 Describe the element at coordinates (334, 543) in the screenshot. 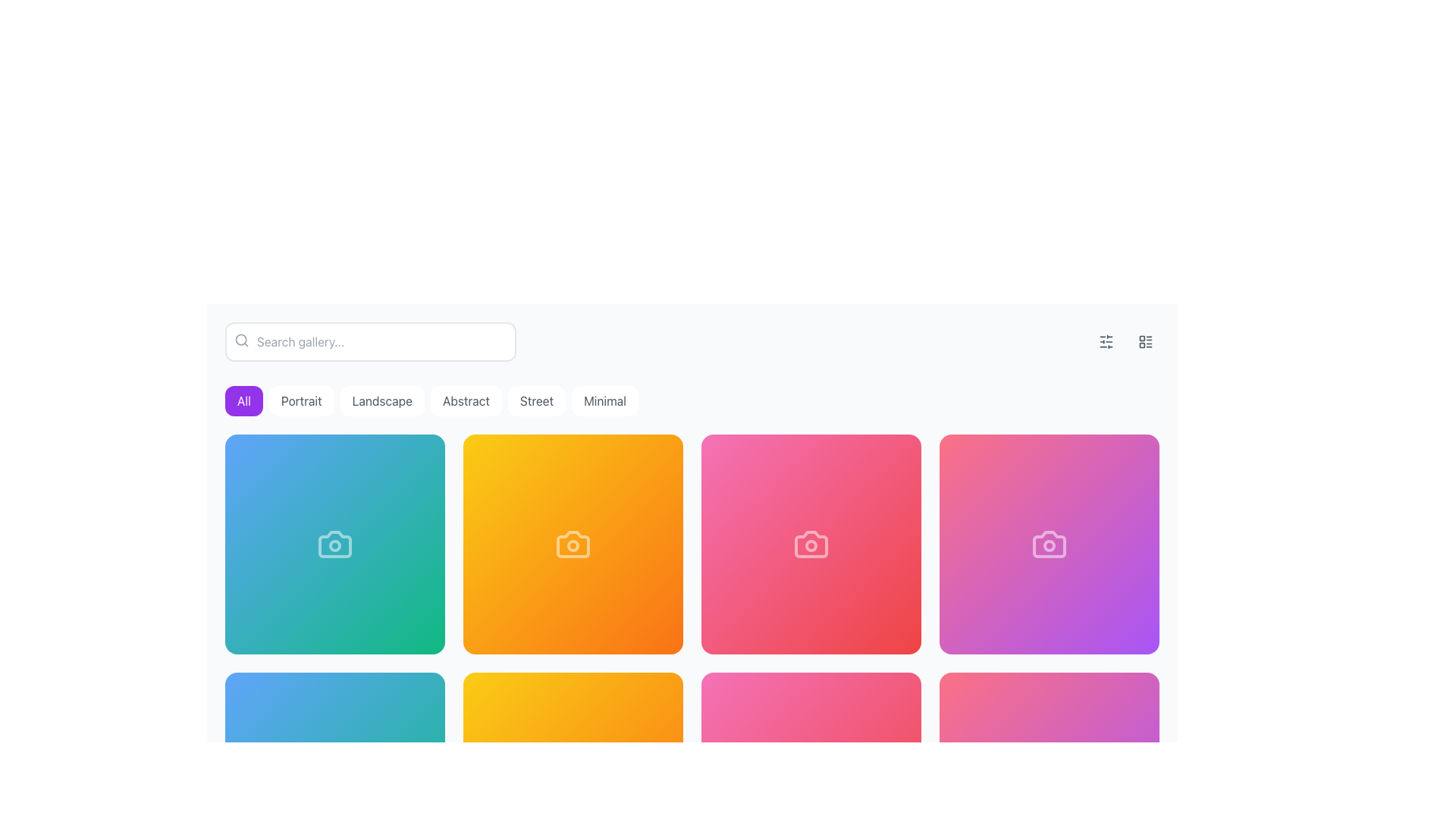

I see `the camera icon with a circular lens at its center, which is styled with a white outline on a gradient background of blue transitioning to green, to interact with it` at that location.